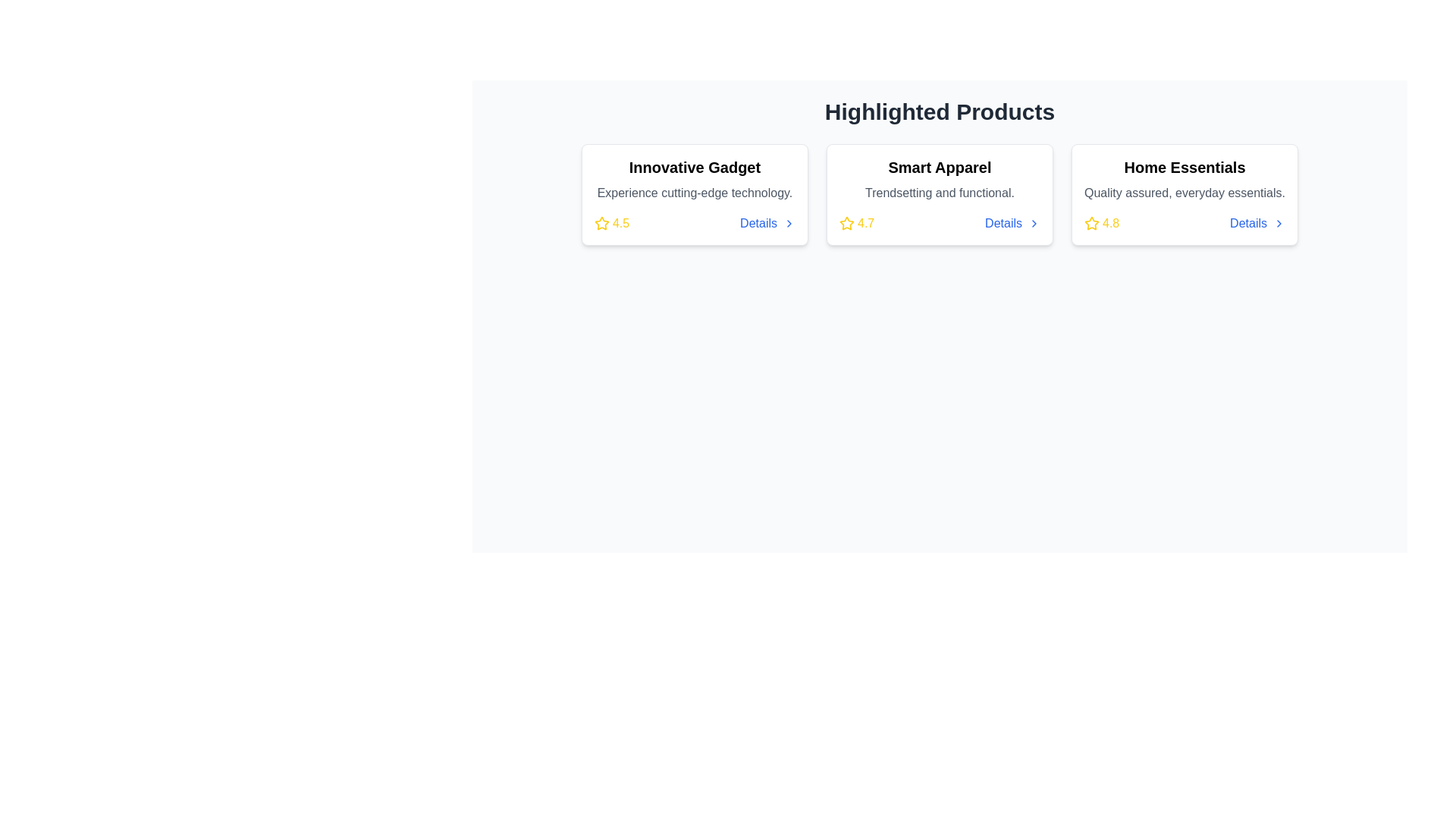  What do you see at coordinates (612, 223) in the screenshot?
I see `the Rating display component showing a score of '4.5' on the card labeled 'Innovative Gadget' located in the top-left area of the card` at bounding box center [612, 223].